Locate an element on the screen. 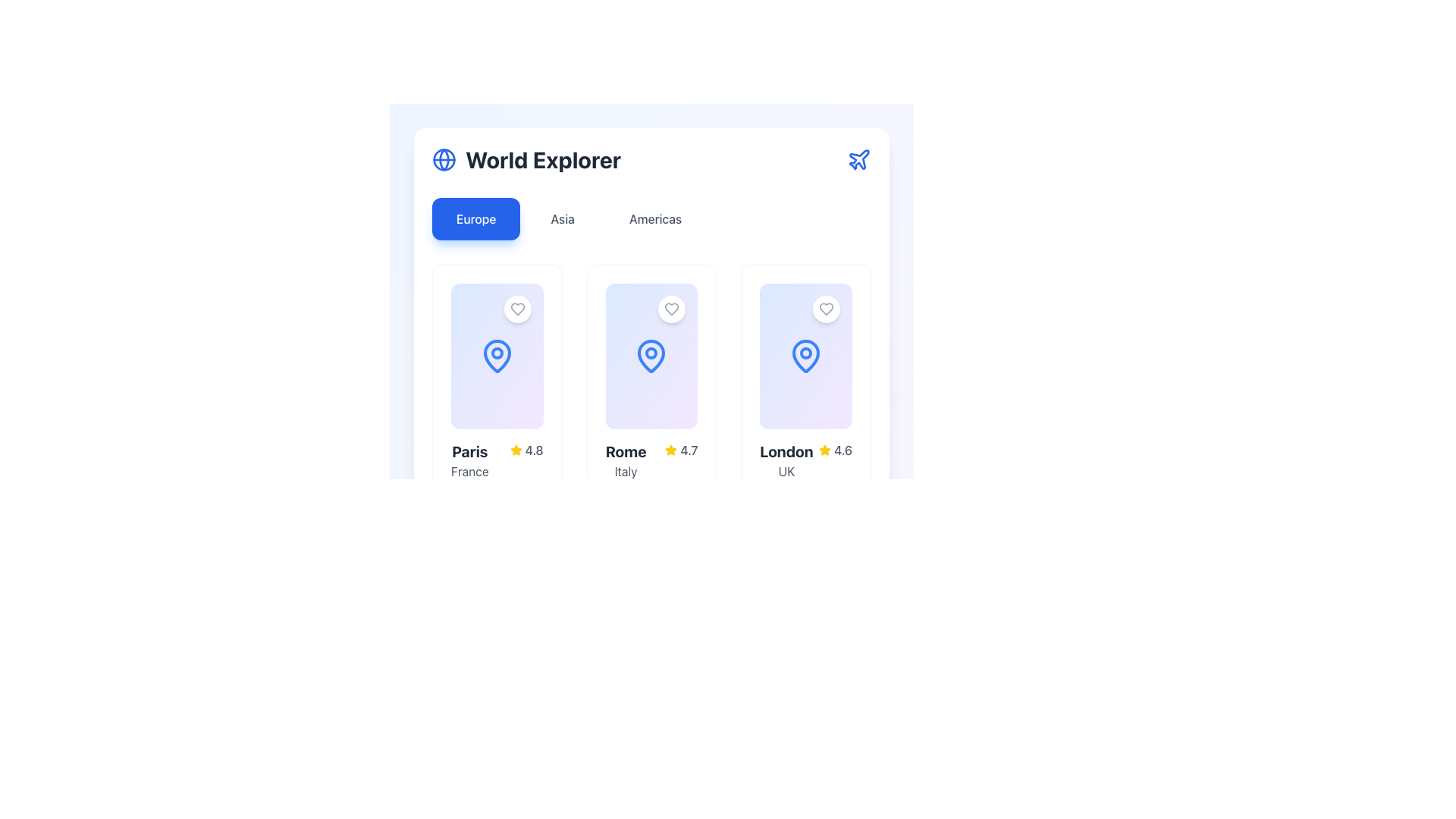 Image resolution: width=1456 pixels, height=819 pixels. the heart icon within the interactive button located in the top-right corner of the 'Rome' card is located at coordinates (671, 309).